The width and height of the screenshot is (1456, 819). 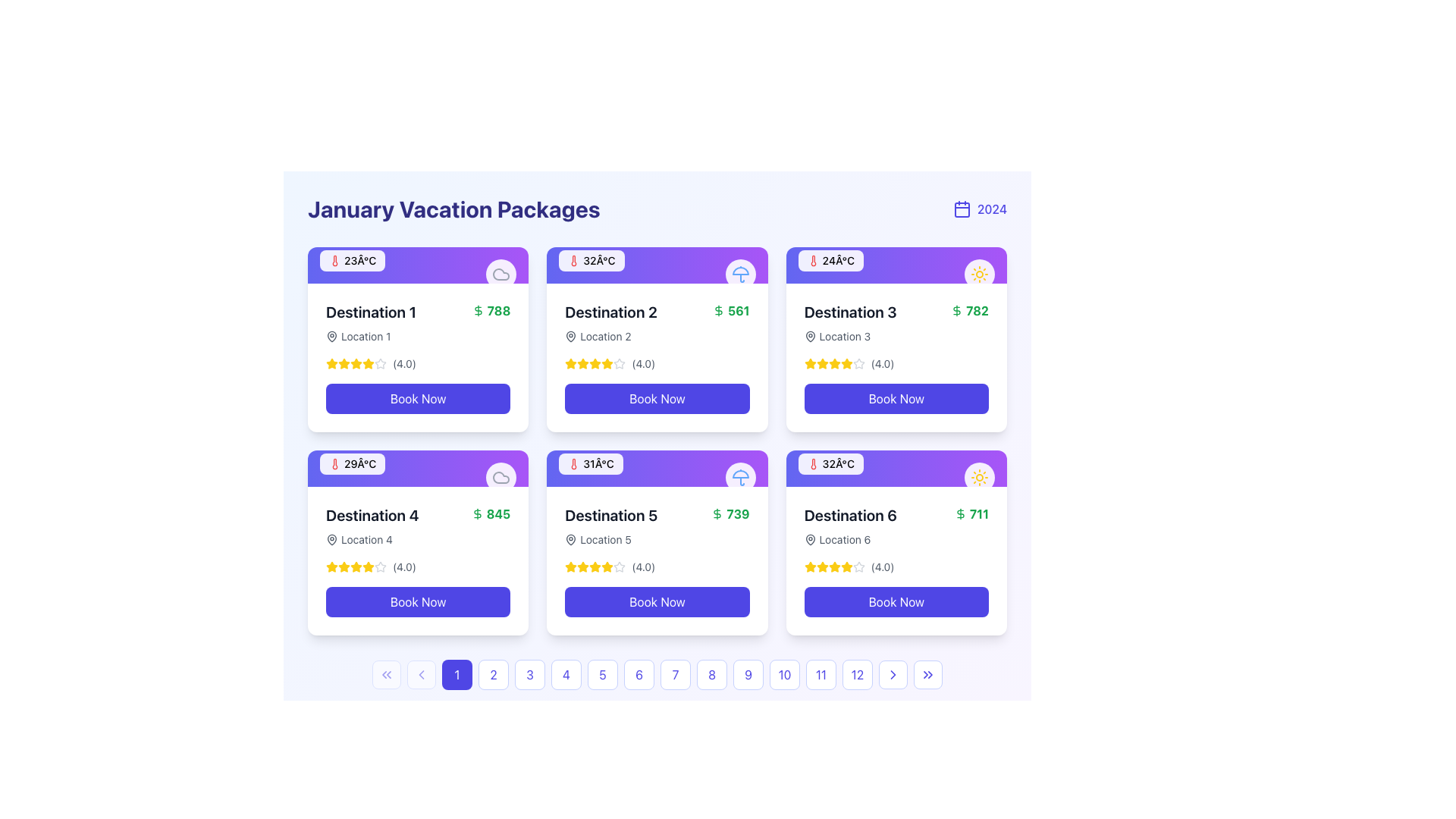 What do you see at coordinates (717, 513) in the screenshot?
I see `the green outlined dollar sign icon located to the left of the numeric text '739' in the pricing section of the 'Destination 5' card` at bounding box center [717, 513].